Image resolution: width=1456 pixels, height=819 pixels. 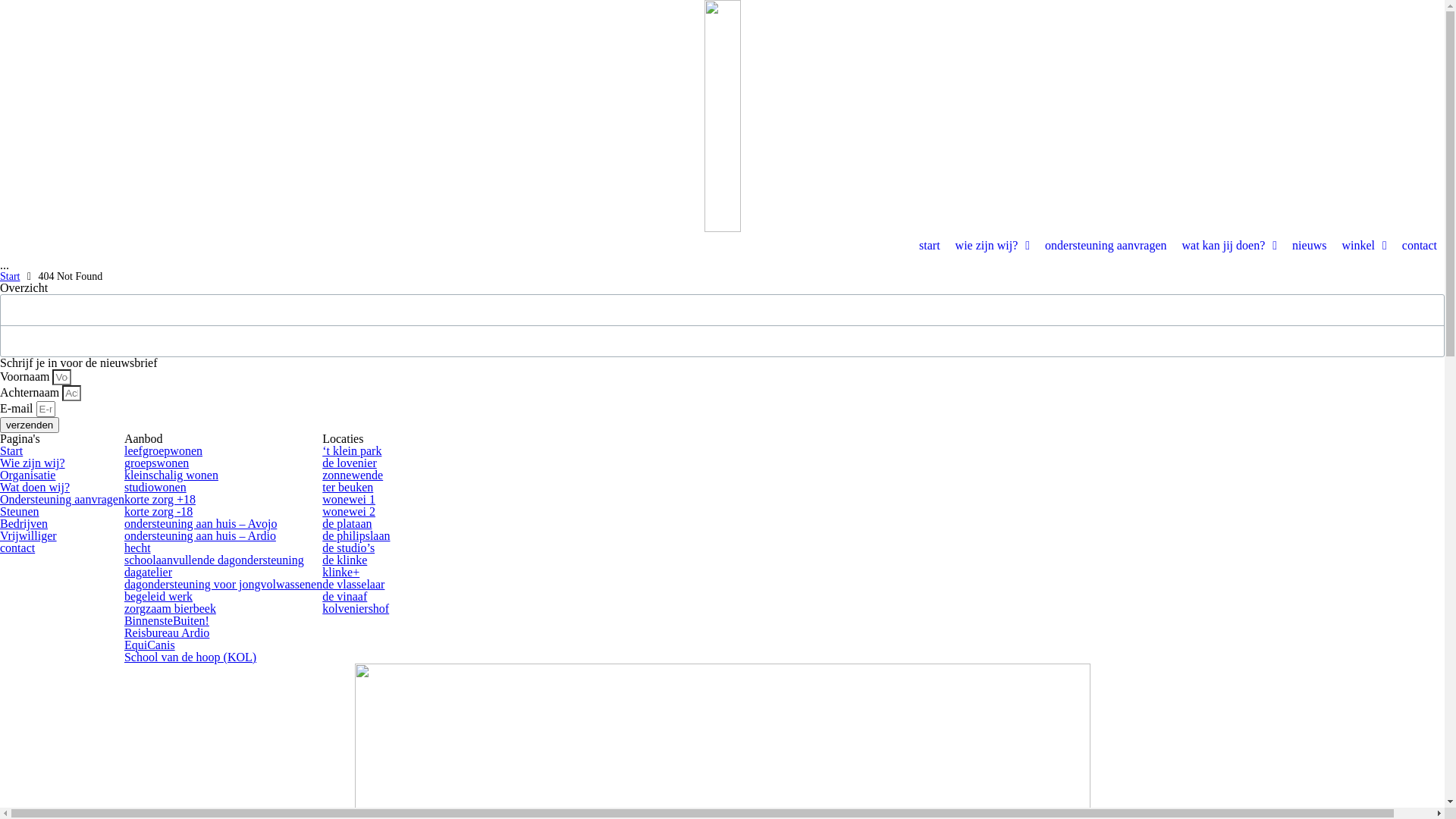 I want to click on 'de lovenier', so click(x=348, y=462).